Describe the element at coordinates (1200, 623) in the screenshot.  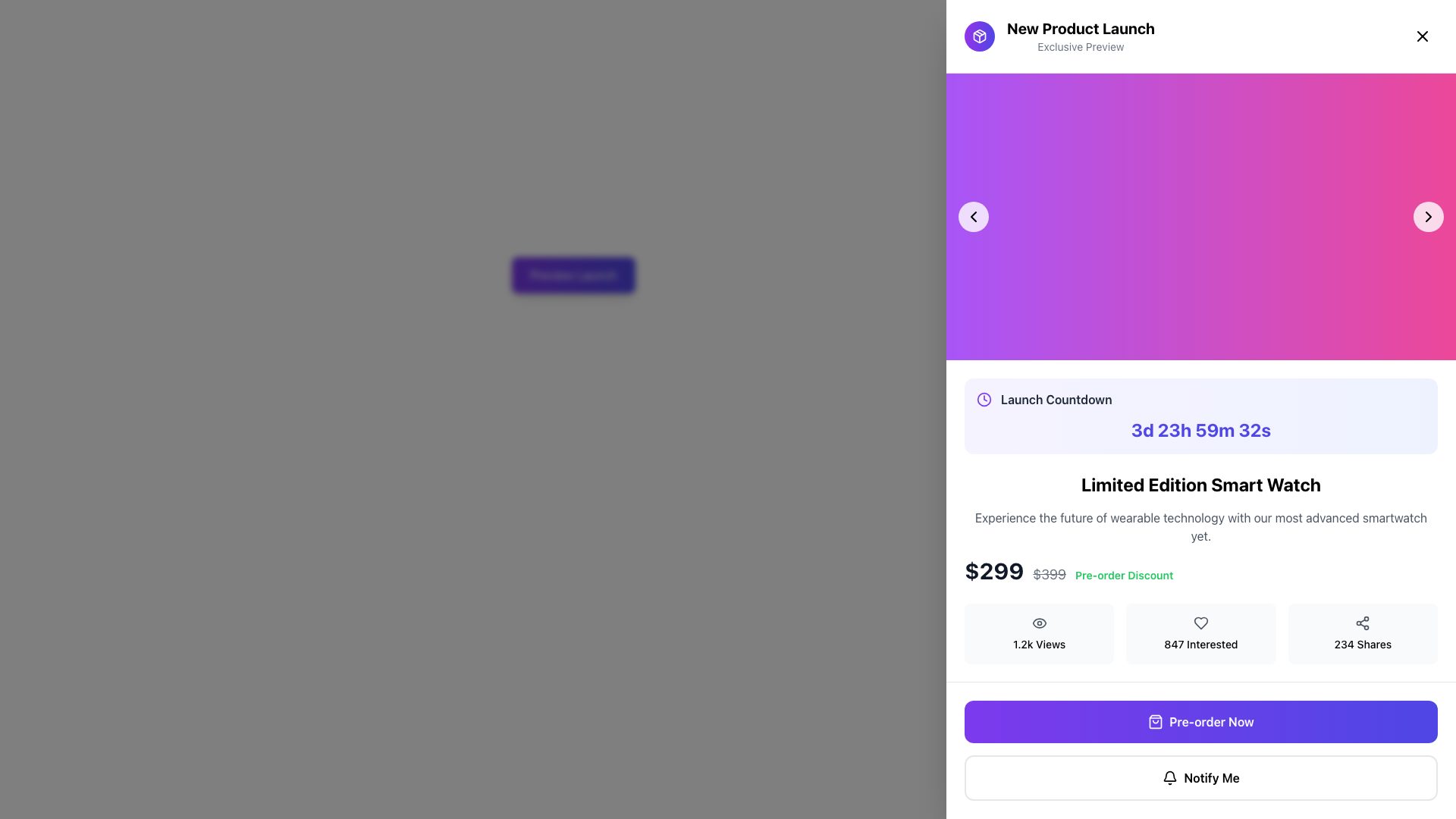
I see `the heart-shaped icon, which is the middle icon in a group of three icons located above the text '847 Interested'` at that location.